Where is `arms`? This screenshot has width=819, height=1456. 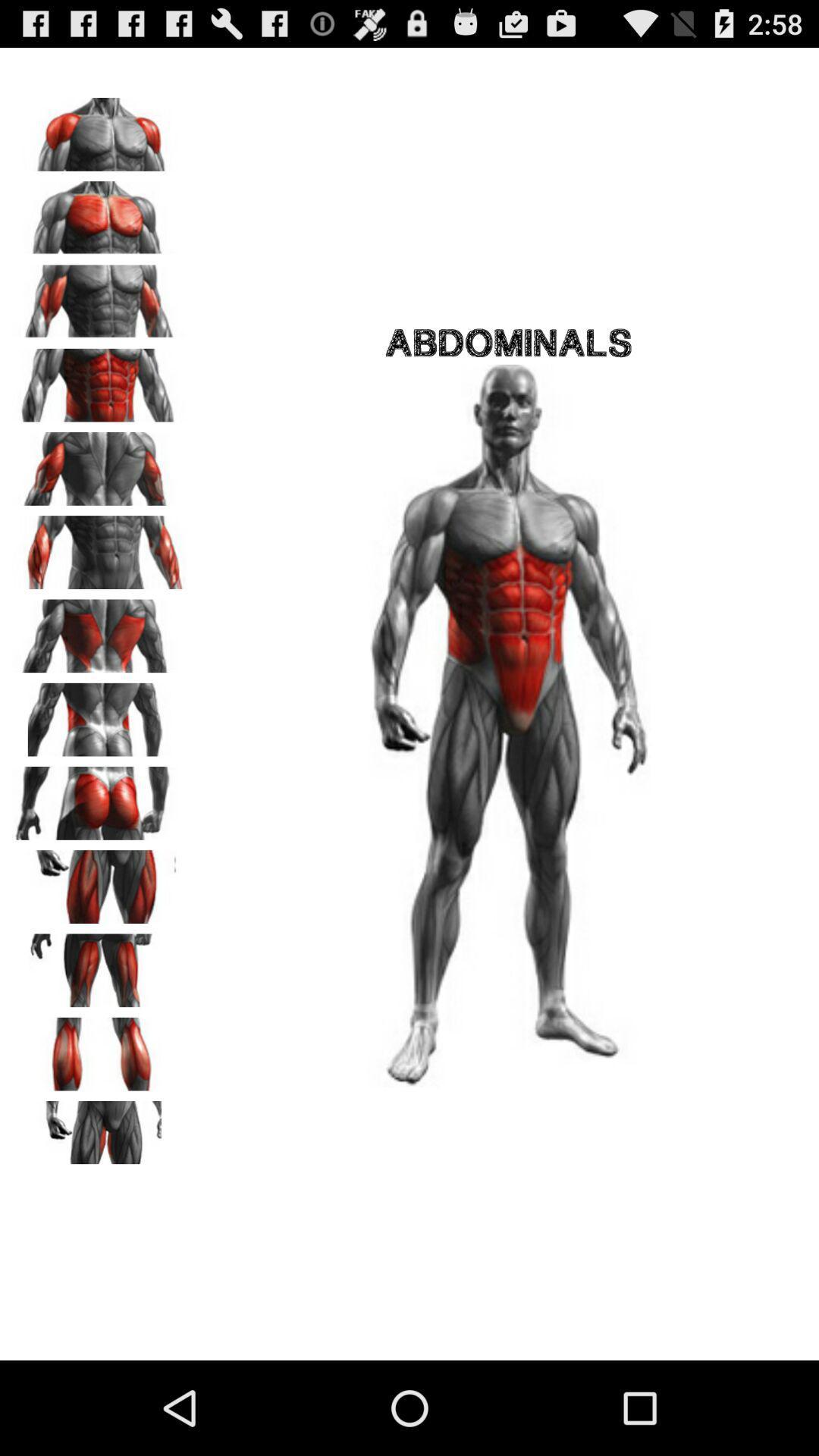 arms is located at coordinates (99, 129).